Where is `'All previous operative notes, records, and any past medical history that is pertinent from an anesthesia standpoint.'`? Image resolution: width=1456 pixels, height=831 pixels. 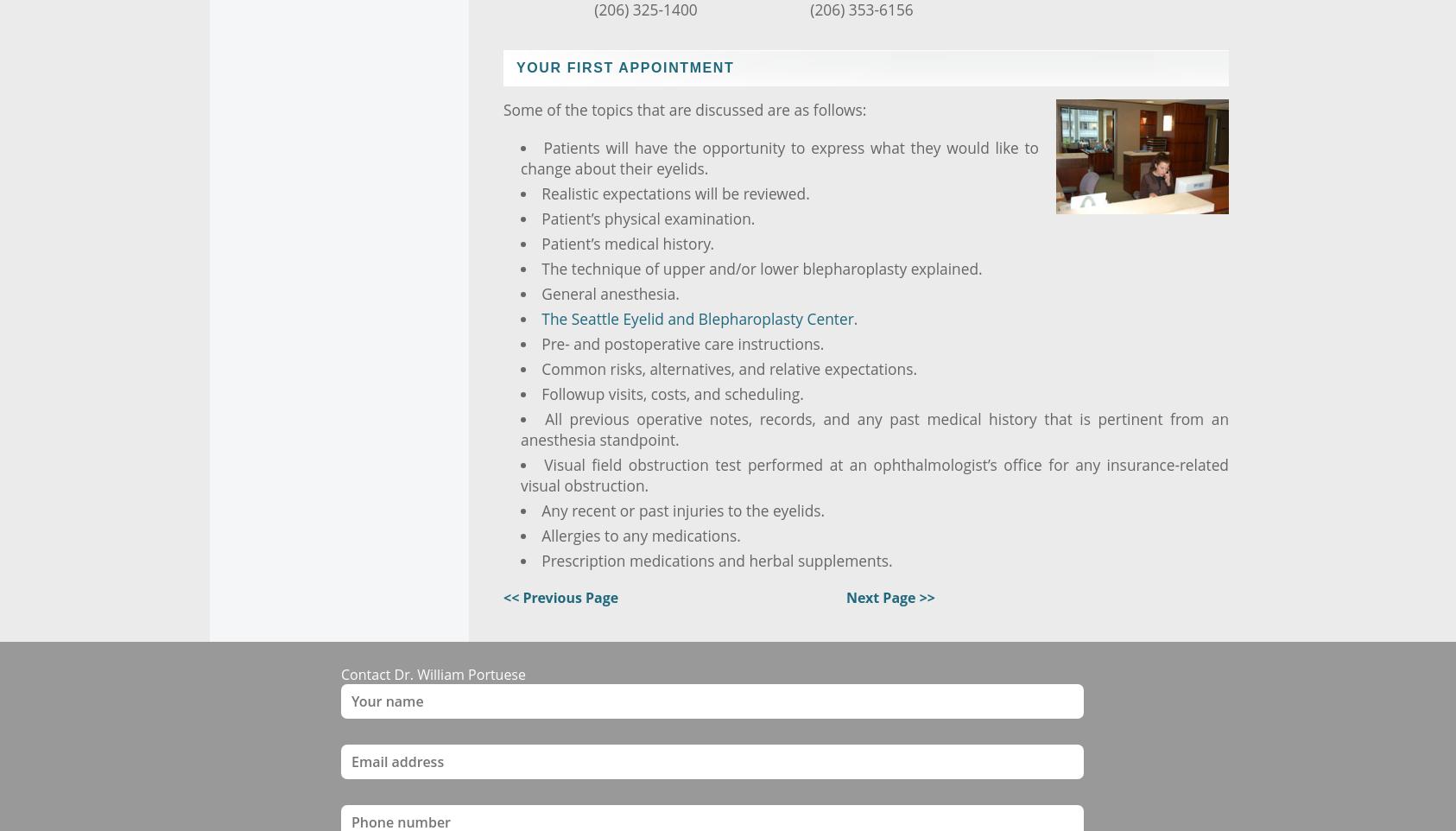
'All previous operative notes, records, and any past medical history that is pertinent from an anesthesia standpoint.' is located at coordinates (874, 428).